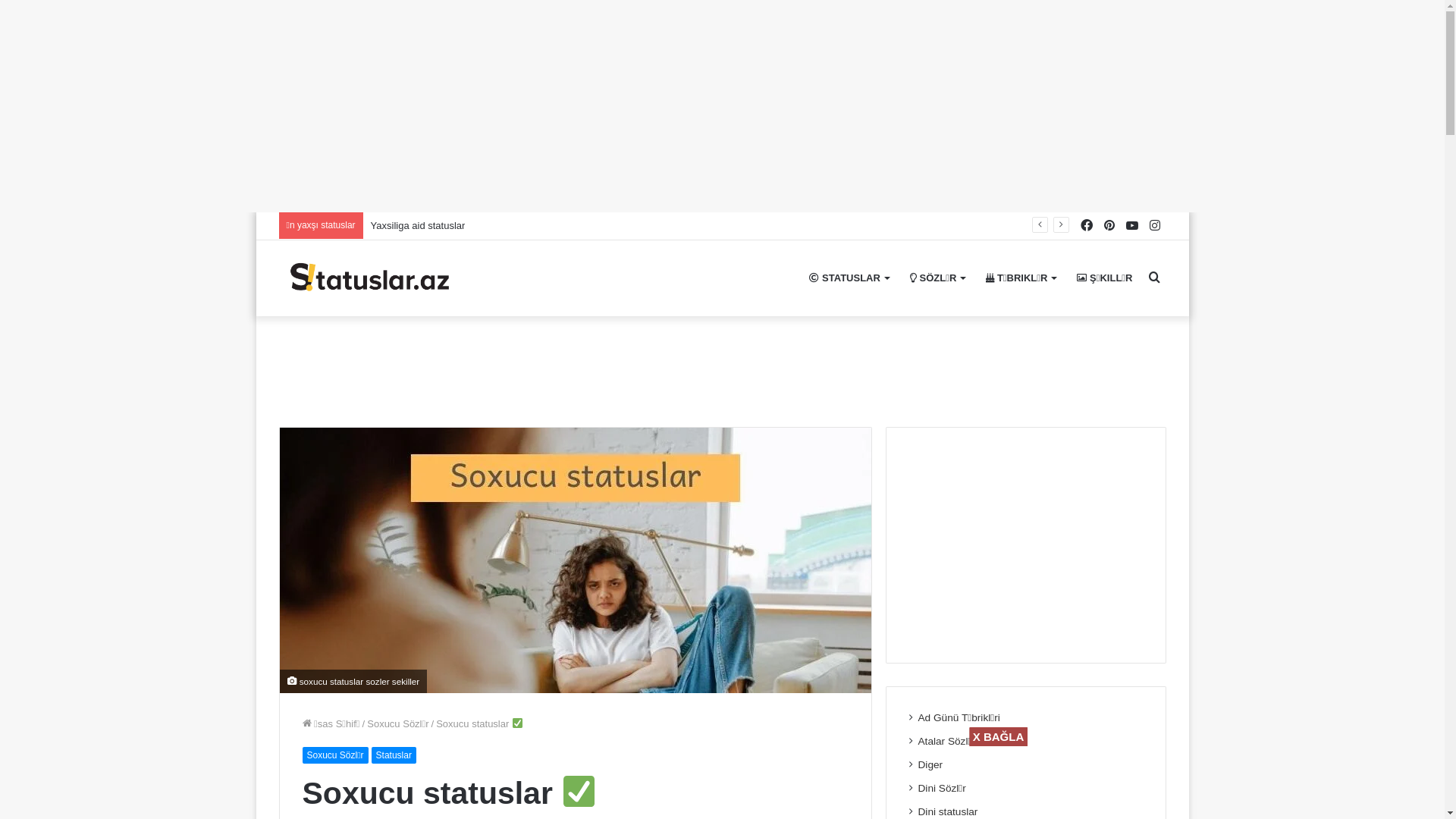  Describe the element at coordinates (930, 764) in the screenshot. I see `'Diger'` at that location.